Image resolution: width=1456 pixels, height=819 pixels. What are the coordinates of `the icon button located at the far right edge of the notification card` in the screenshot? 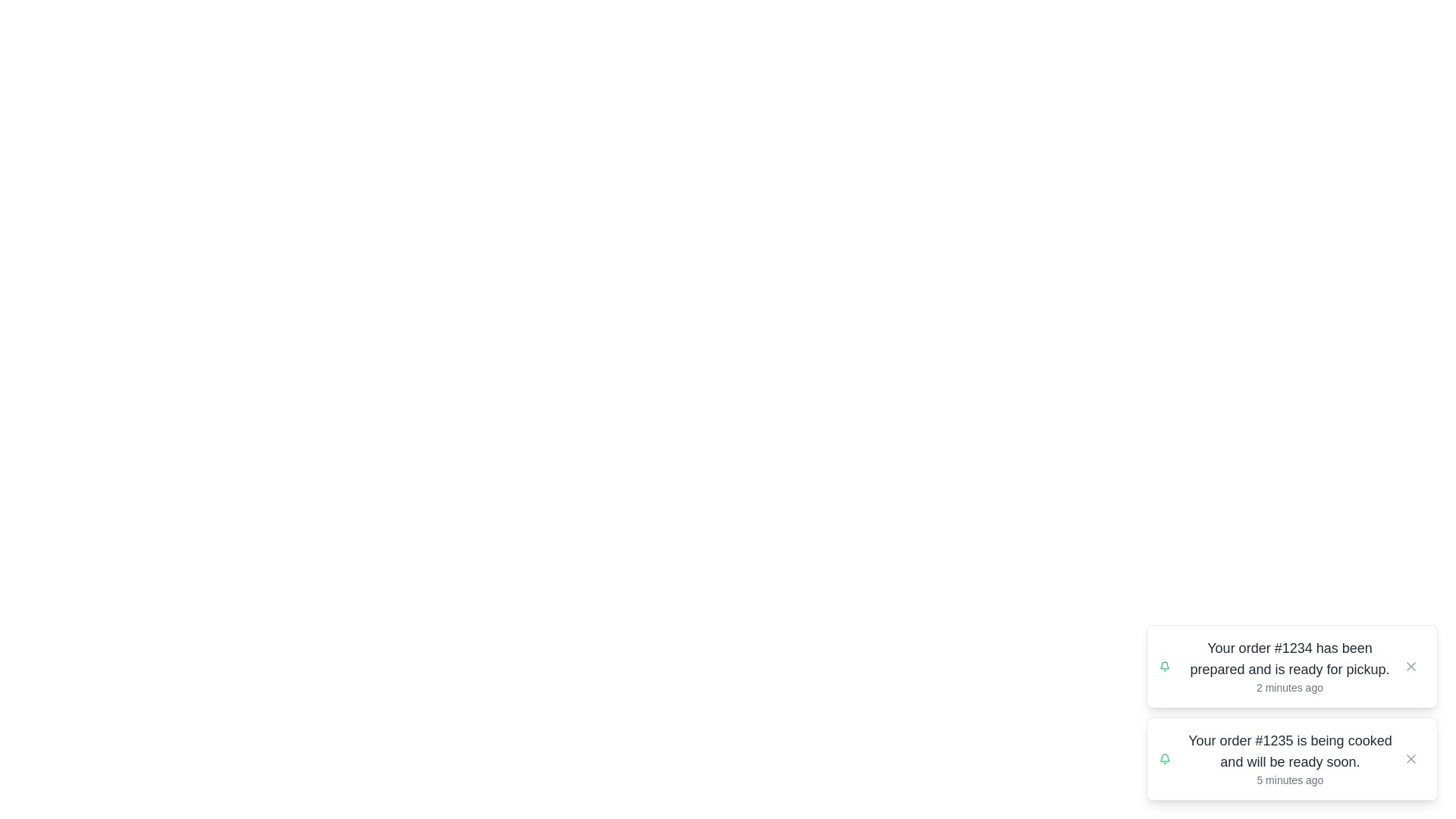 It's located at (1410, 666).